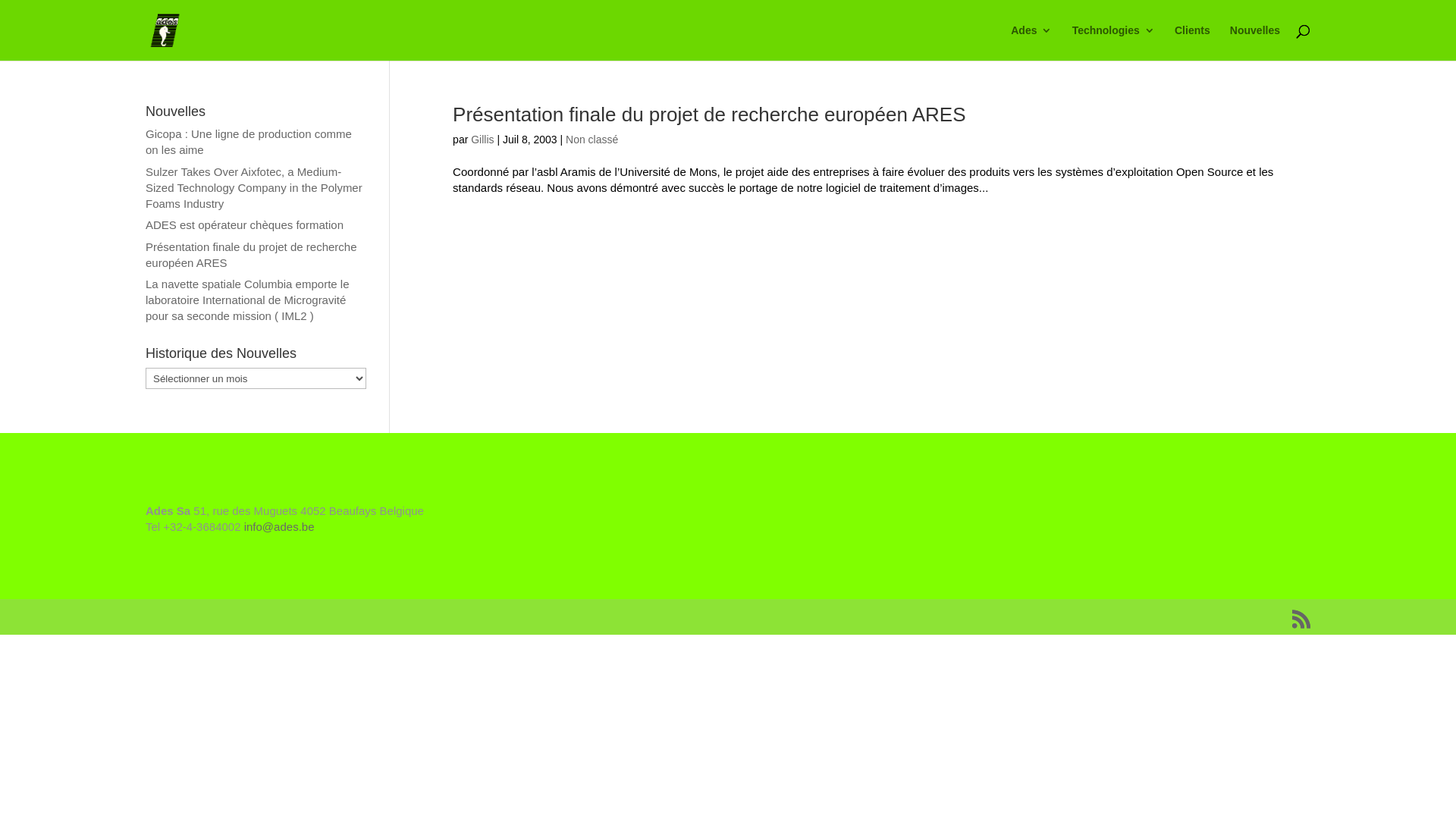 Image resolution: width=1456 pixels, height=819 pixels. Describe the element at coordinates (1113, 42) in the screenshot. I see `'Technologies'` at that location.